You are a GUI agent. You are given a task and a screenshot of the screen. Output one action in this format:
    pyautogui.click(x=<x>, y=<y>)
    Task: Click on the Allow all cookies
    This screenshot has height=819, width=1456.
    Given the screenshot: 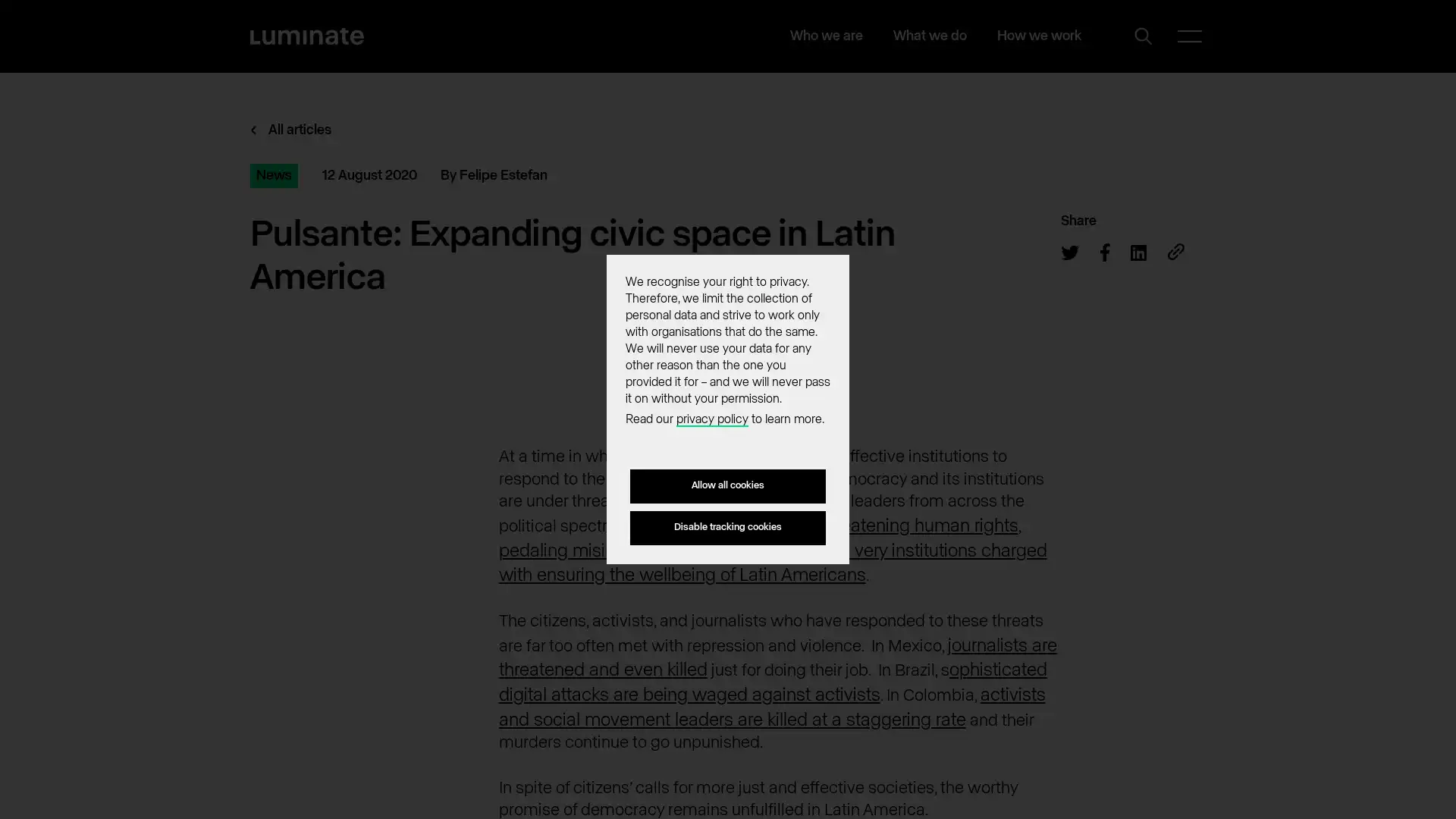 What is the action you would take?
    pyautogui.click(x=728, y=486)
    